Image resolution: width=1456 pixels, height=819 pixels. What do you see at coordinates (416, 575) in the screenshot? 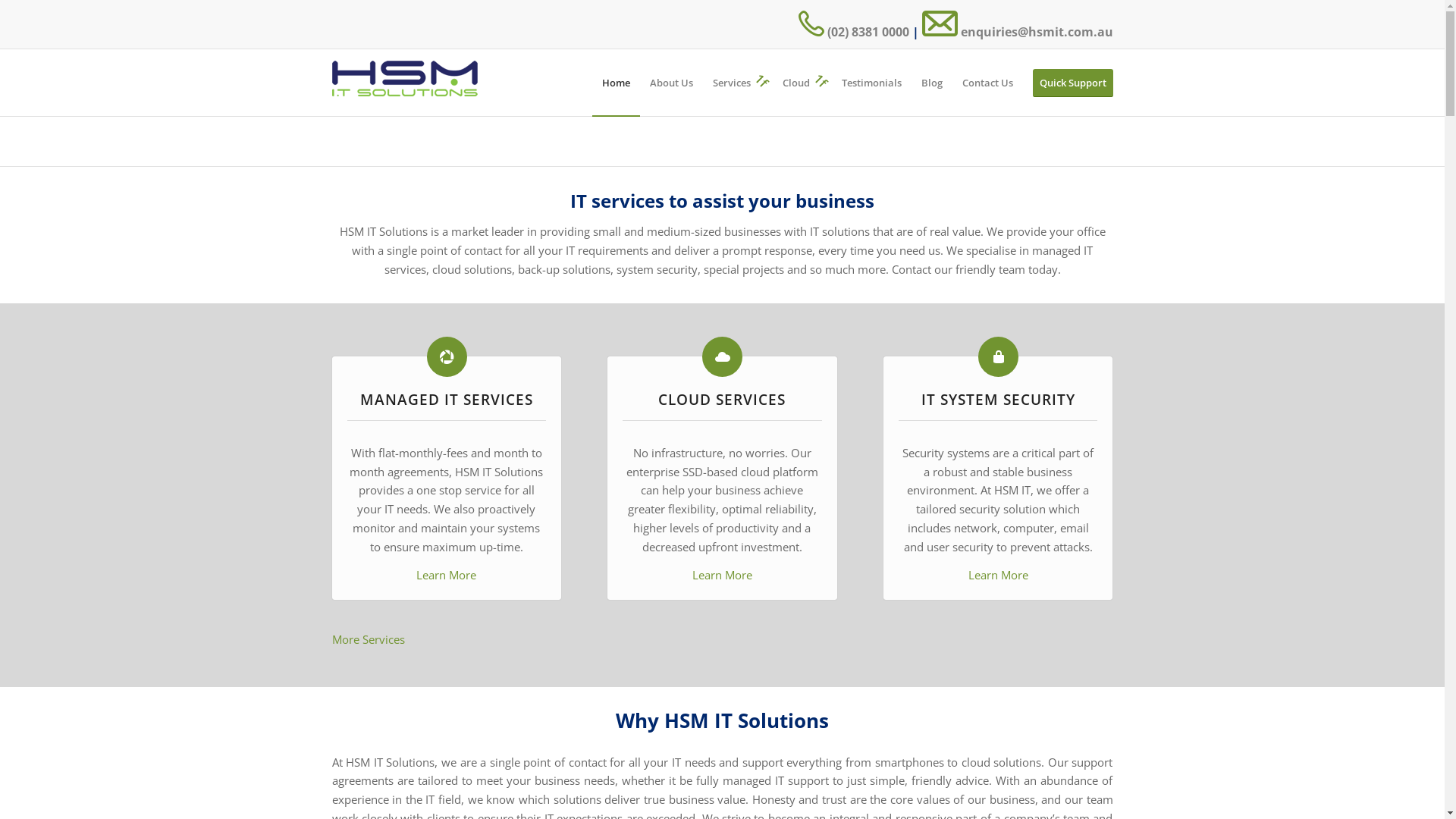
I see `'Learn More'` at bounding box center [416, 575].